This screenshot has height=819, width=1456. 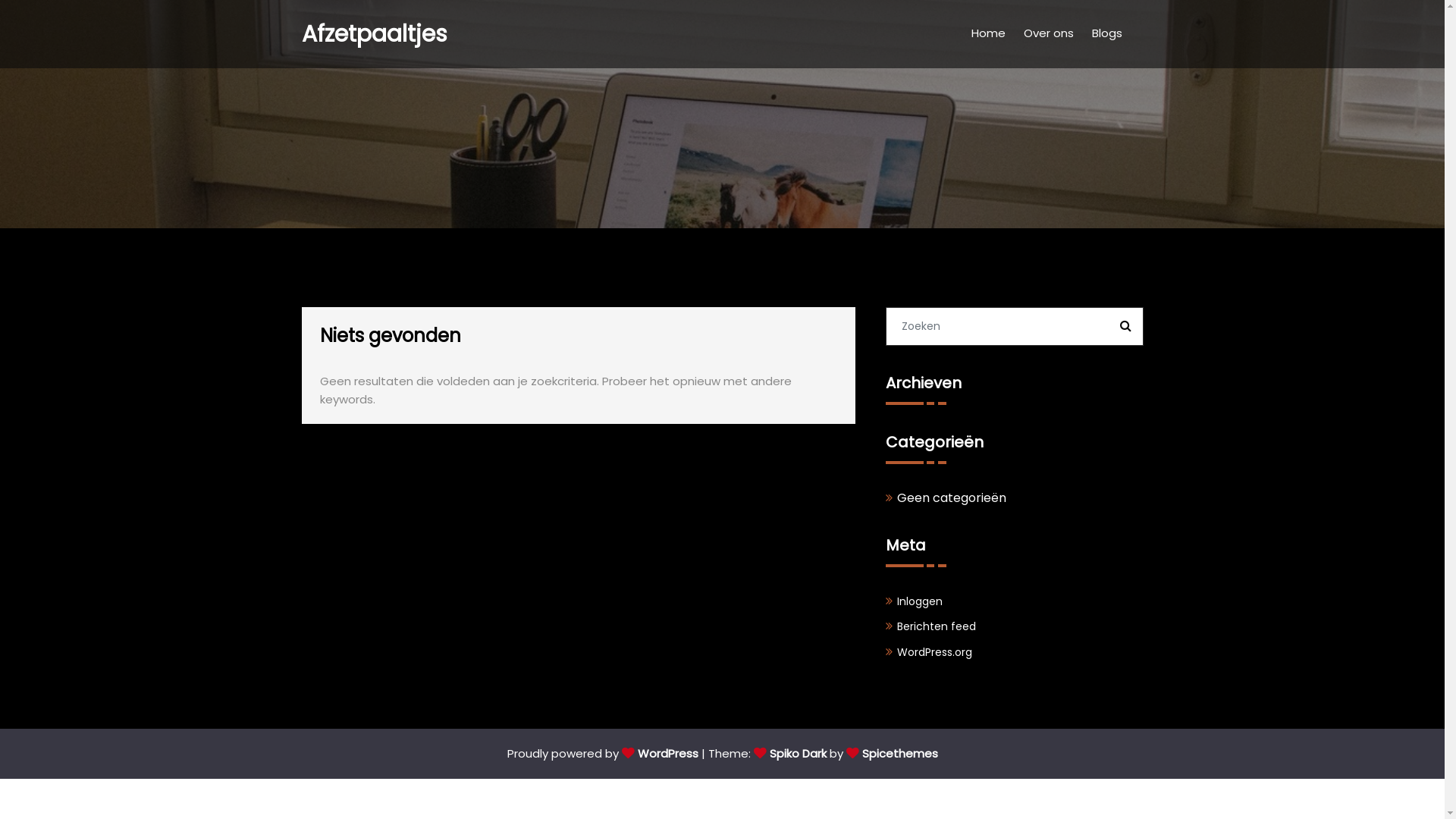 I want to click on 'Afzetpaaltjes', so click(x=375, y=34).